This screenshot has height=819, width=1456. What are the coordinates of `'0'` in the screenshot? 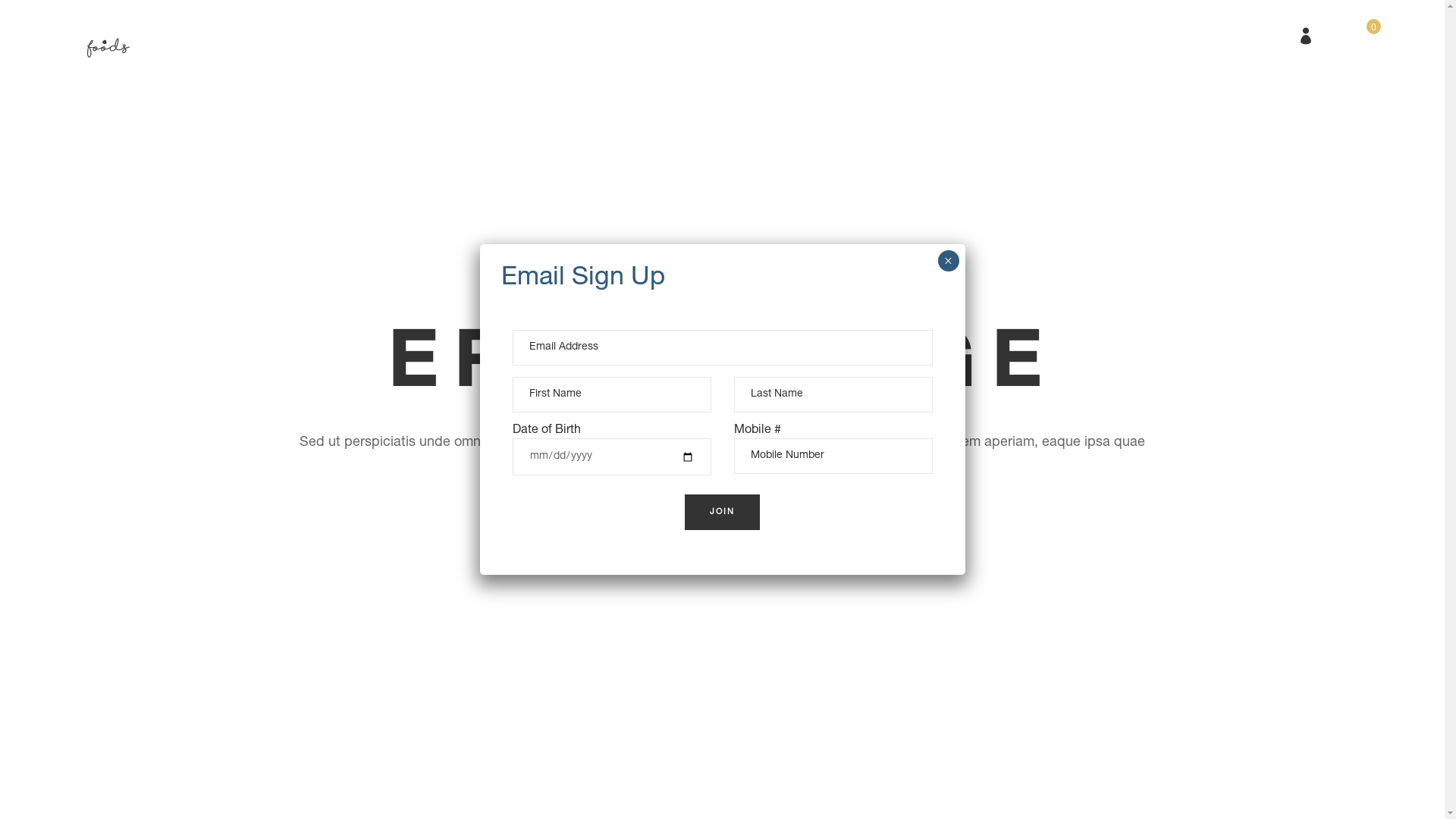 It's located at (1364, 34).